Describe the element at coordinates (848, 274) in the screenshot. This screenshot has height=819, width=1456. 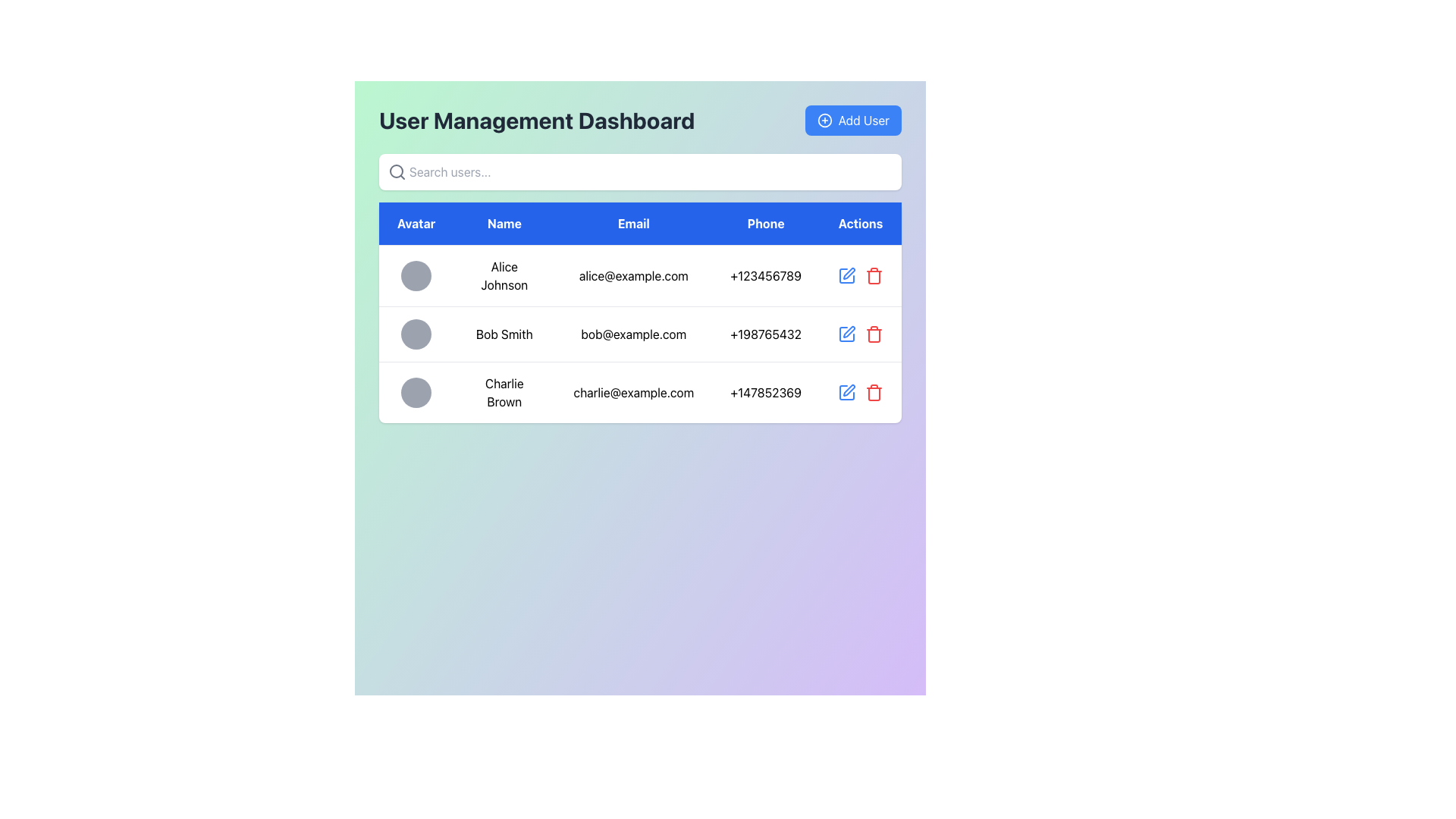
I see `the icon button located in the 'Actions' column next to the delete button for Bob Smith` at that location.